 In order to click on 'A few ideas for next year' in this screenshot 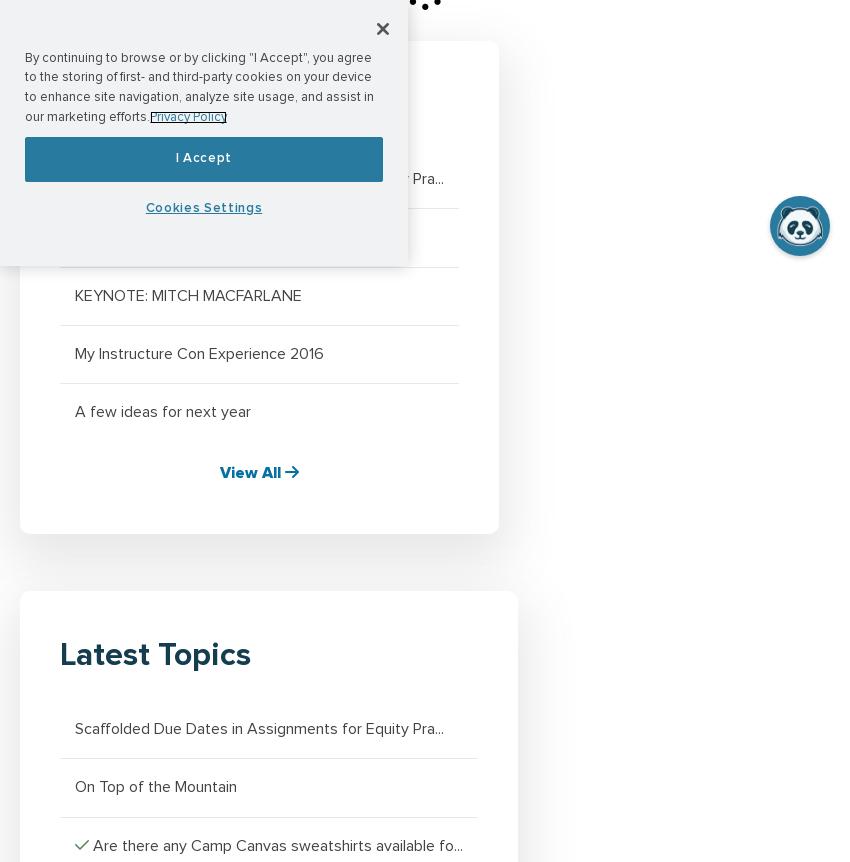, I will do `click(74, 411)`.